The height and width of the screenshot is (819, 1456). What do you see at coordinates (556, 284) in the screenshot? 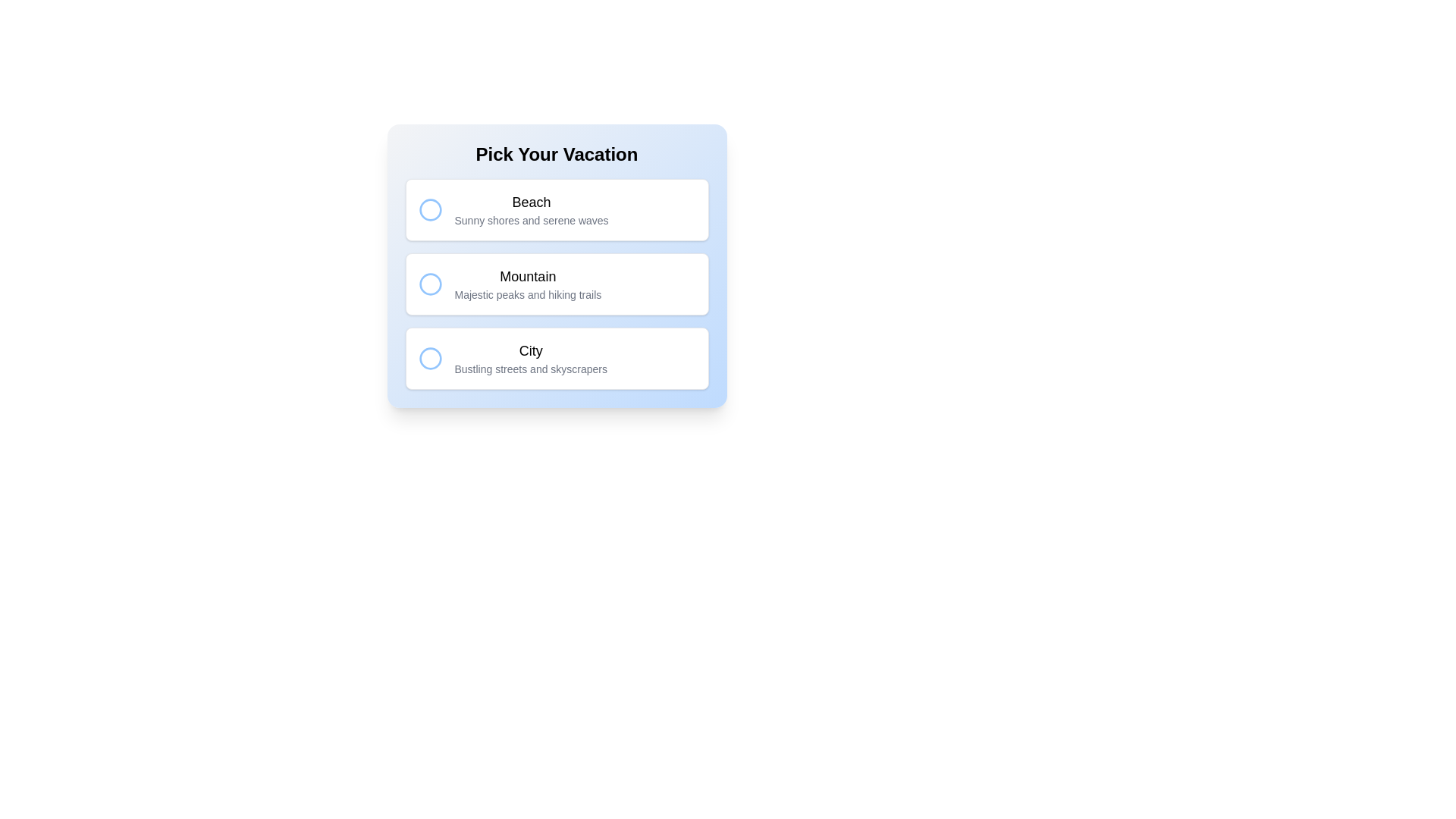
I see `descriptive text of the second option in the 'Pick Your Vacation' section, which is labeled 'Mountain' with a description of 'Majestic peaks and hiking trails'` at bounding box center [556, 284].